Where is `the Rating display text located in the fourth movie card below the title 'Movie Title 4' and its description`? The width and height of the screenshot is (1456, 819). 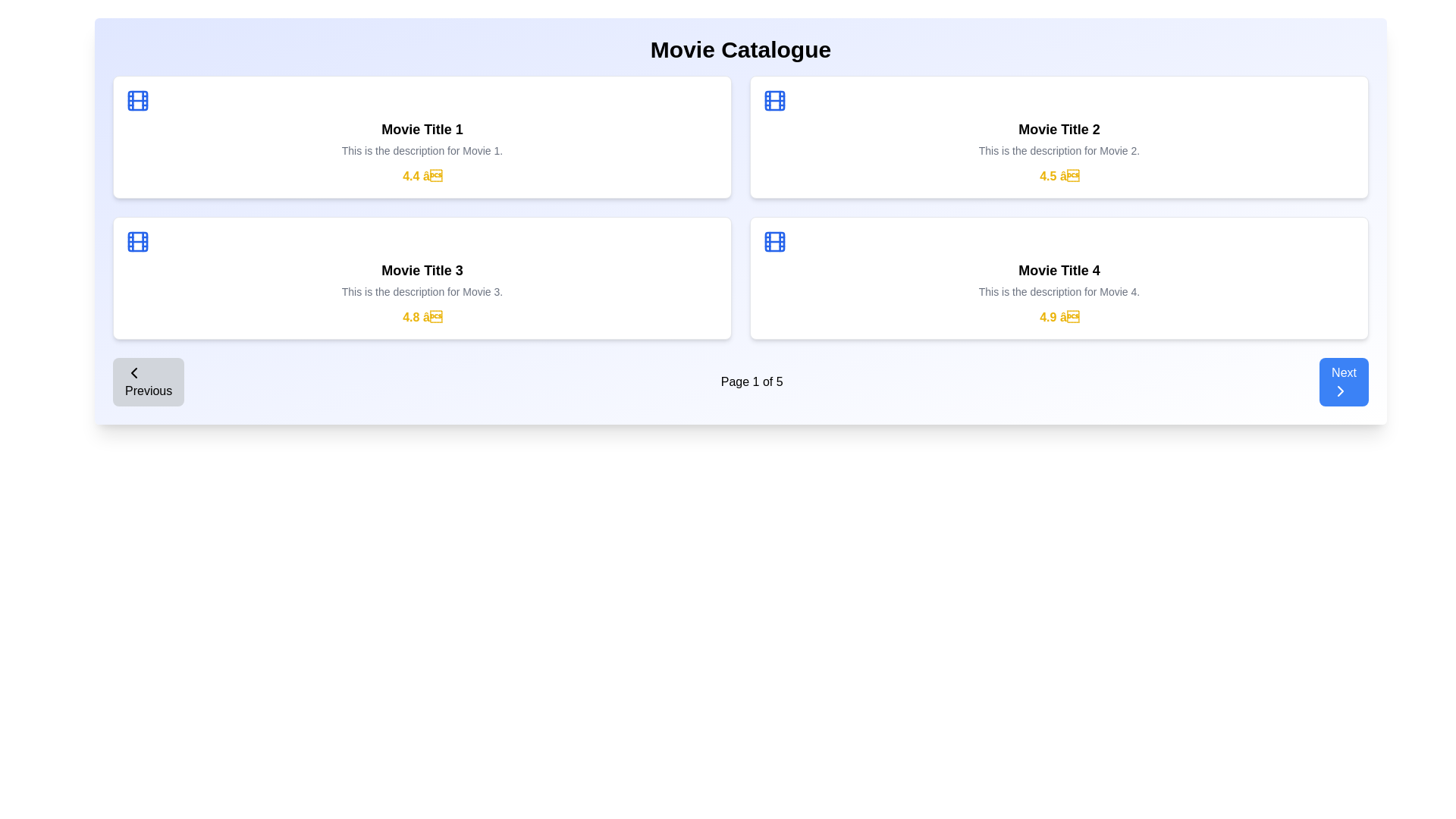
the Rating display text located in the fourth movie card below the title 'Movie Title 4' and its description is located at coordinates (1058, 315).